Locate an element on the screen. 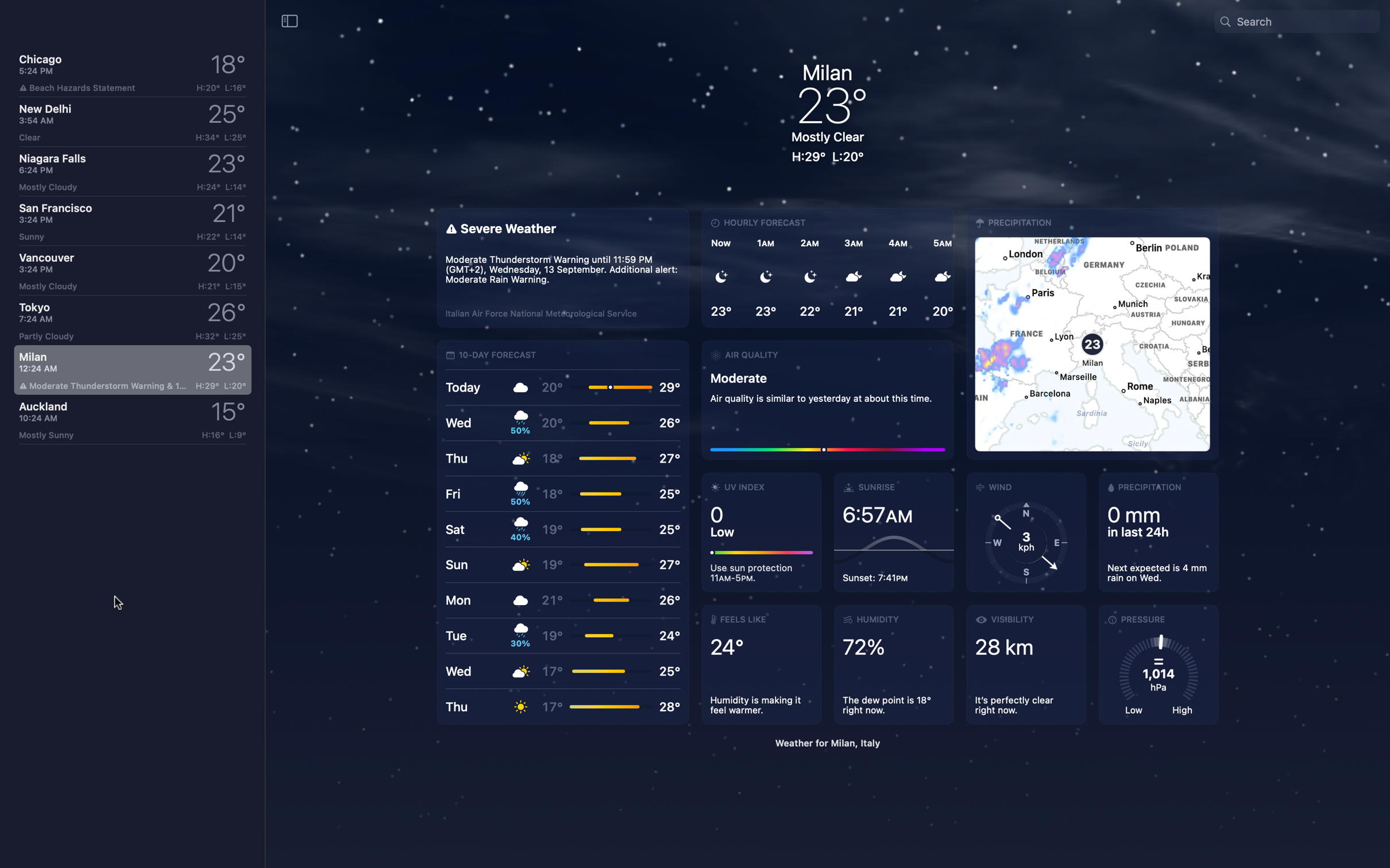 The image size is (1390, 868). Verify the status of wind is located at coordinates (1025, 532).